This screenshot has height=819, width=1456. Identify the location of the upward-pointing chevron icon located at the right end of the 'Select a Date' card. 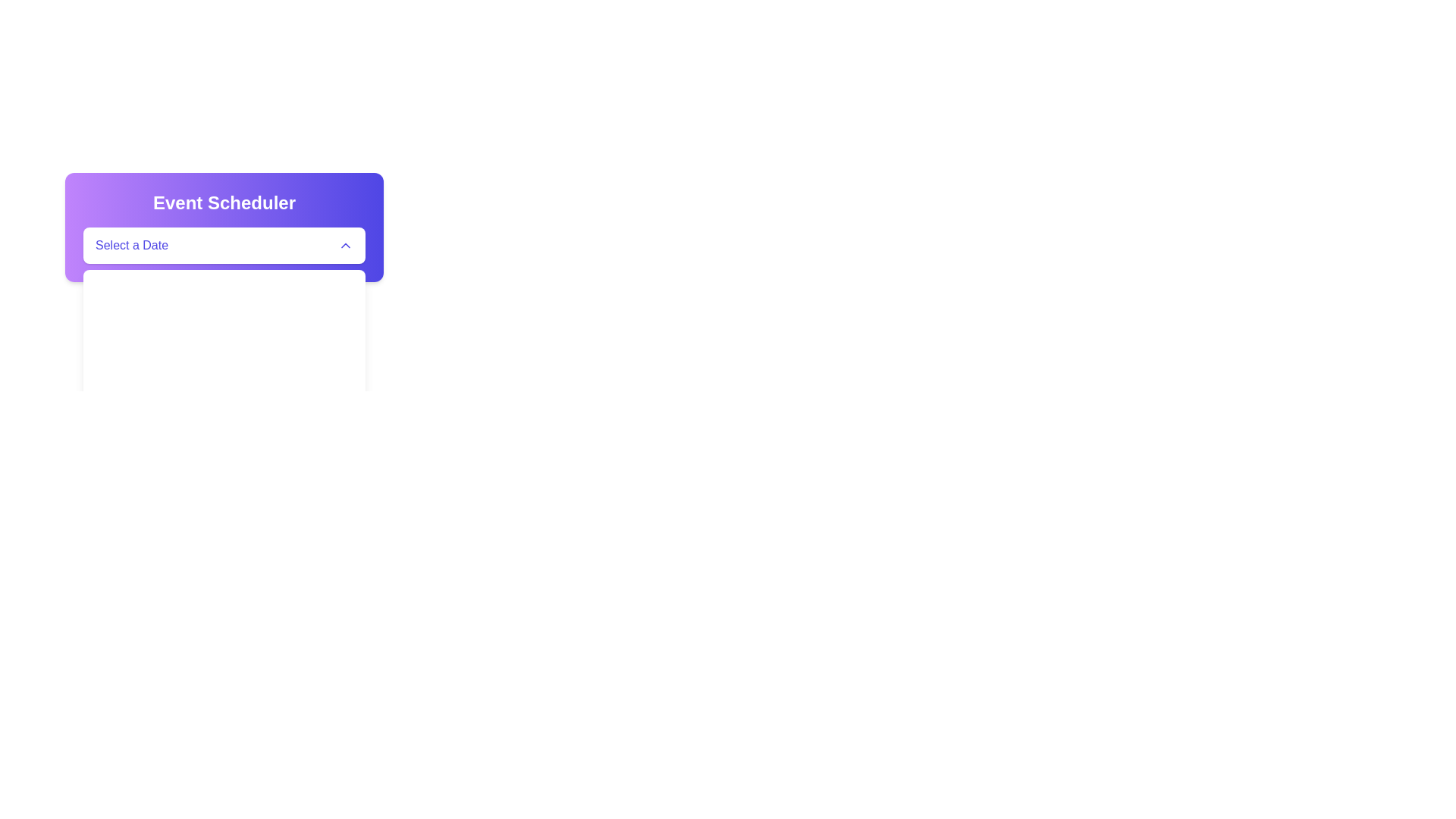
(345, 245).